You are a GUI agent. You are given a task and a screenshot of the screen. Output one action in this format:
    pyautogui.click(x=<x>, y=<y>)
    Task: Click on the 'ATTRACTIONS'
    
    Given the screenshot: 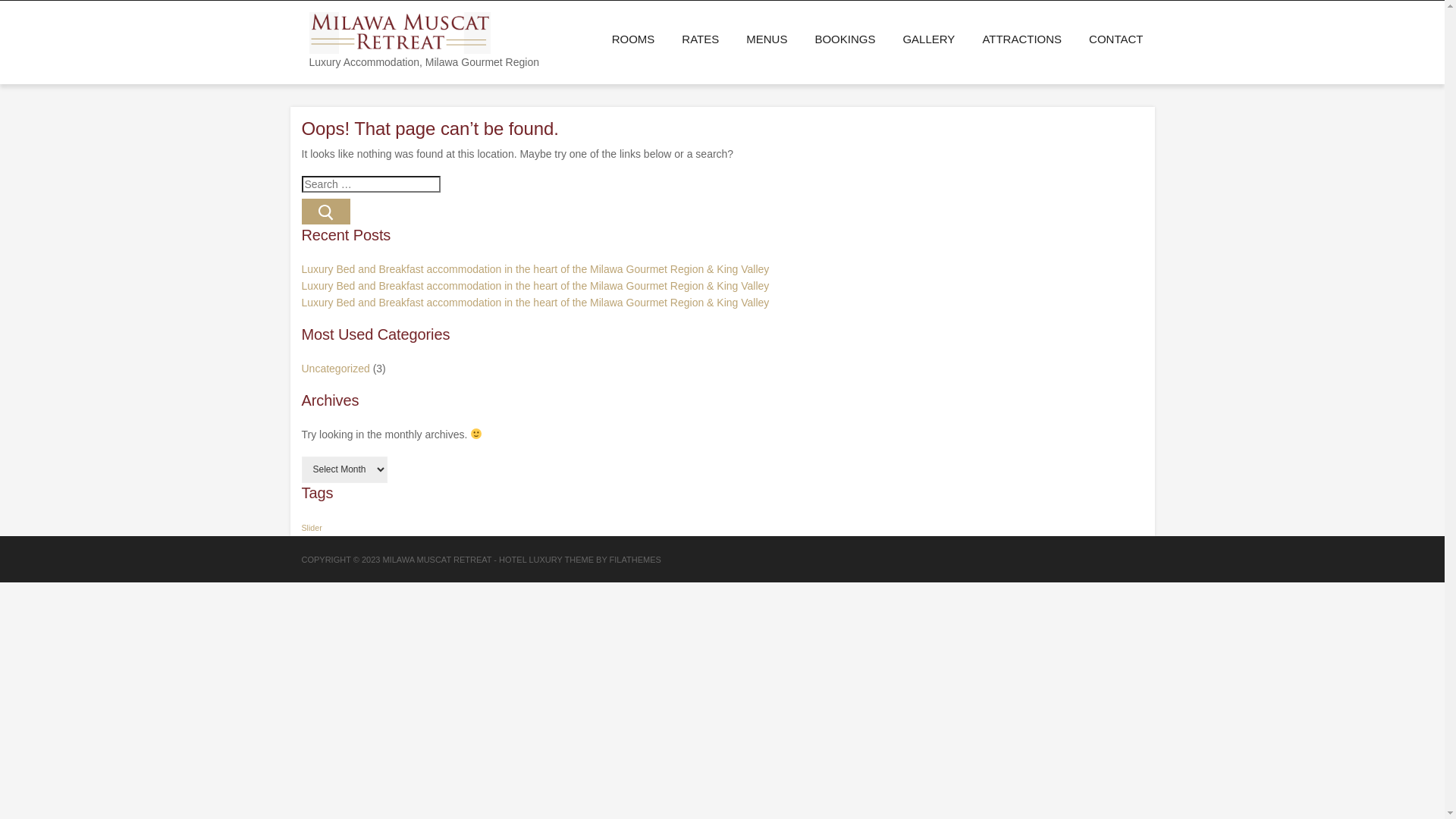 What is the action you would take?
    pyautogui.click(x=1021, y=38)
    